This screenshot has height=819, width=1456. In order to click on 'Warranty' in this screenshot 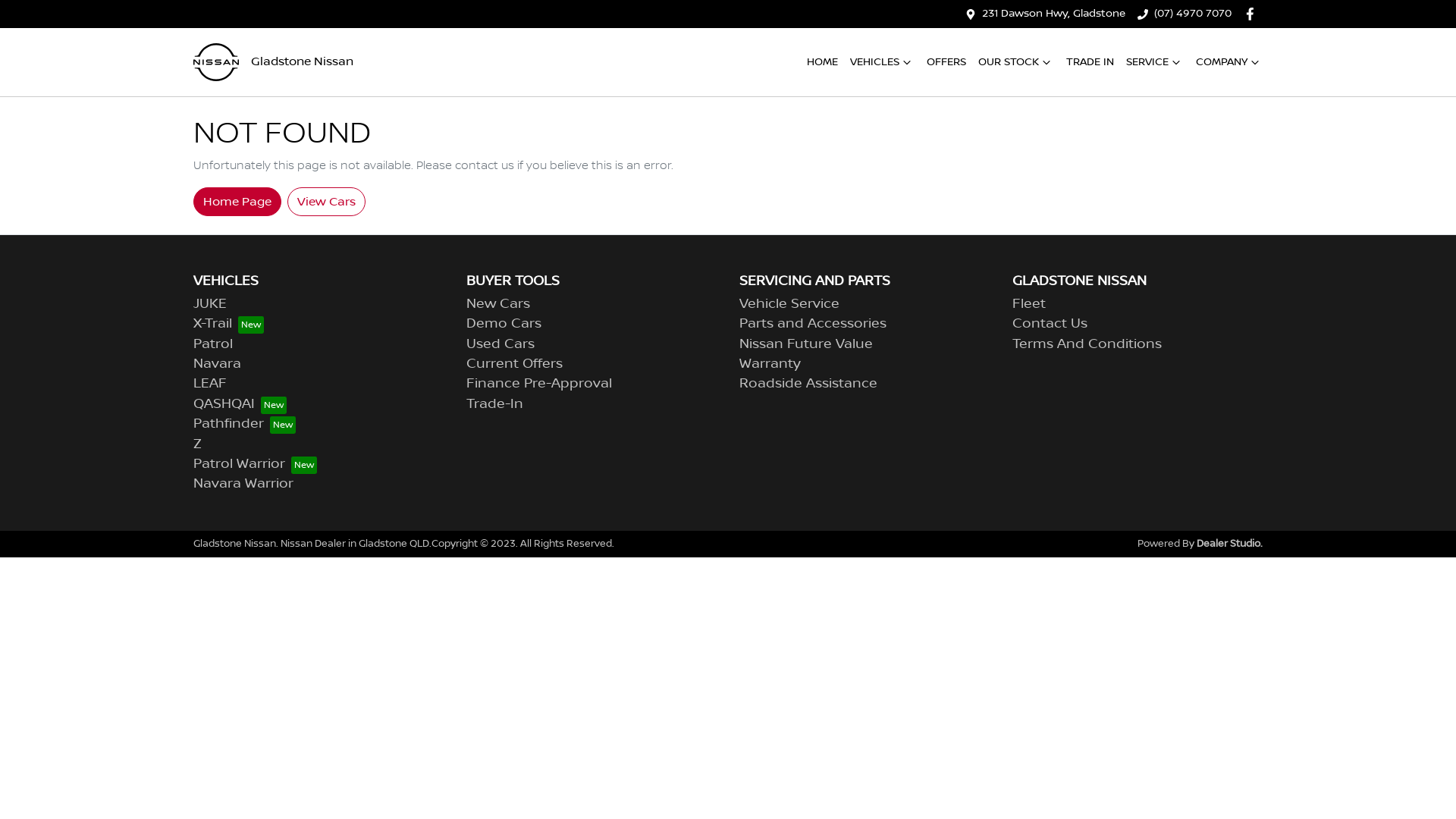, I will do `click(770, 363)`.